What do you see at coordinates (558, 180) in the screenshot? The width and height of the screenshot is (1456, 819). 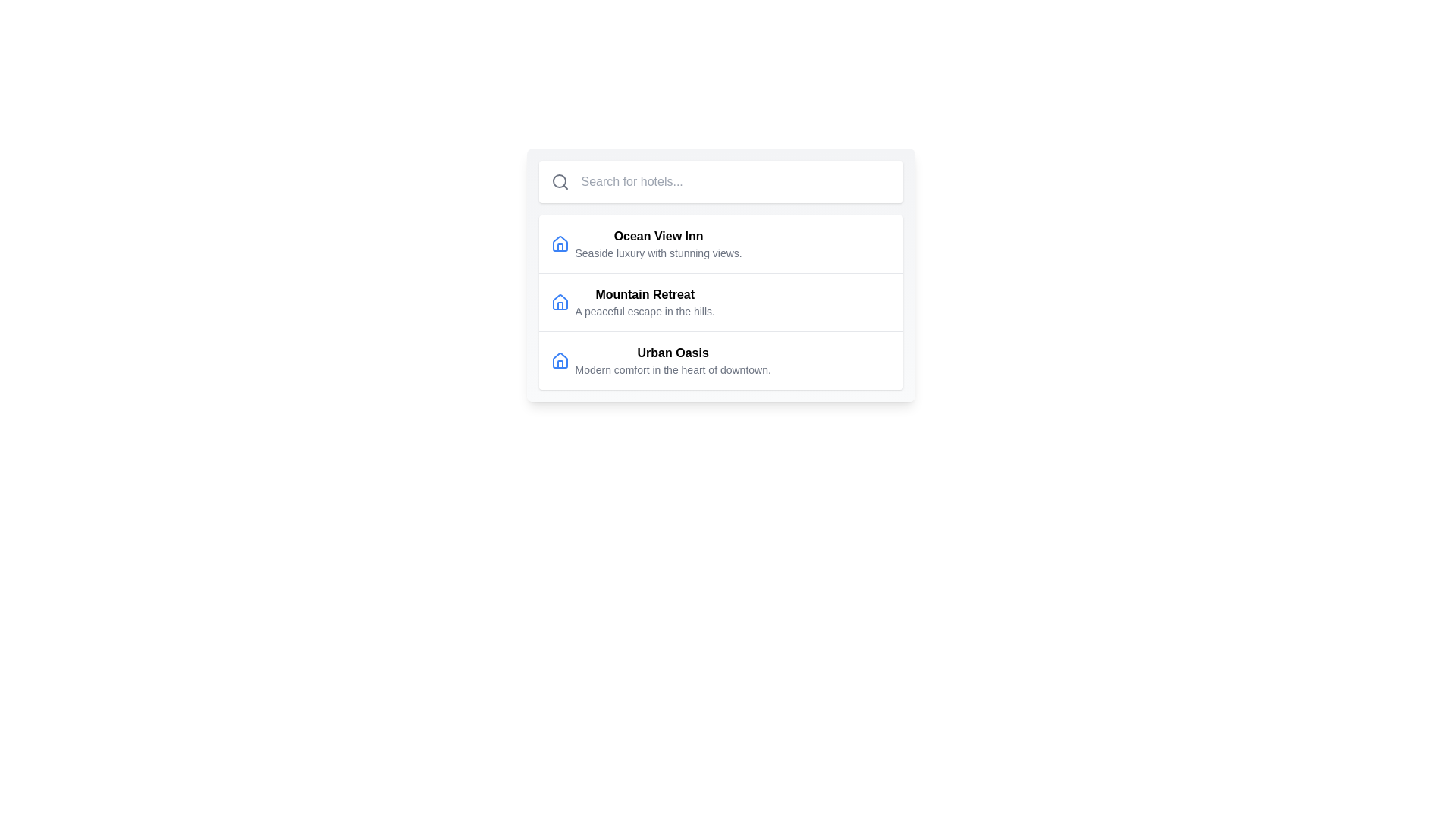 I see `the circular graphical element with a thin, dark border that forms the rim of the lens within the magnifying glass icon, located to the left of the 'Search for hotels...' text input field` at bounding box center [558, 180].